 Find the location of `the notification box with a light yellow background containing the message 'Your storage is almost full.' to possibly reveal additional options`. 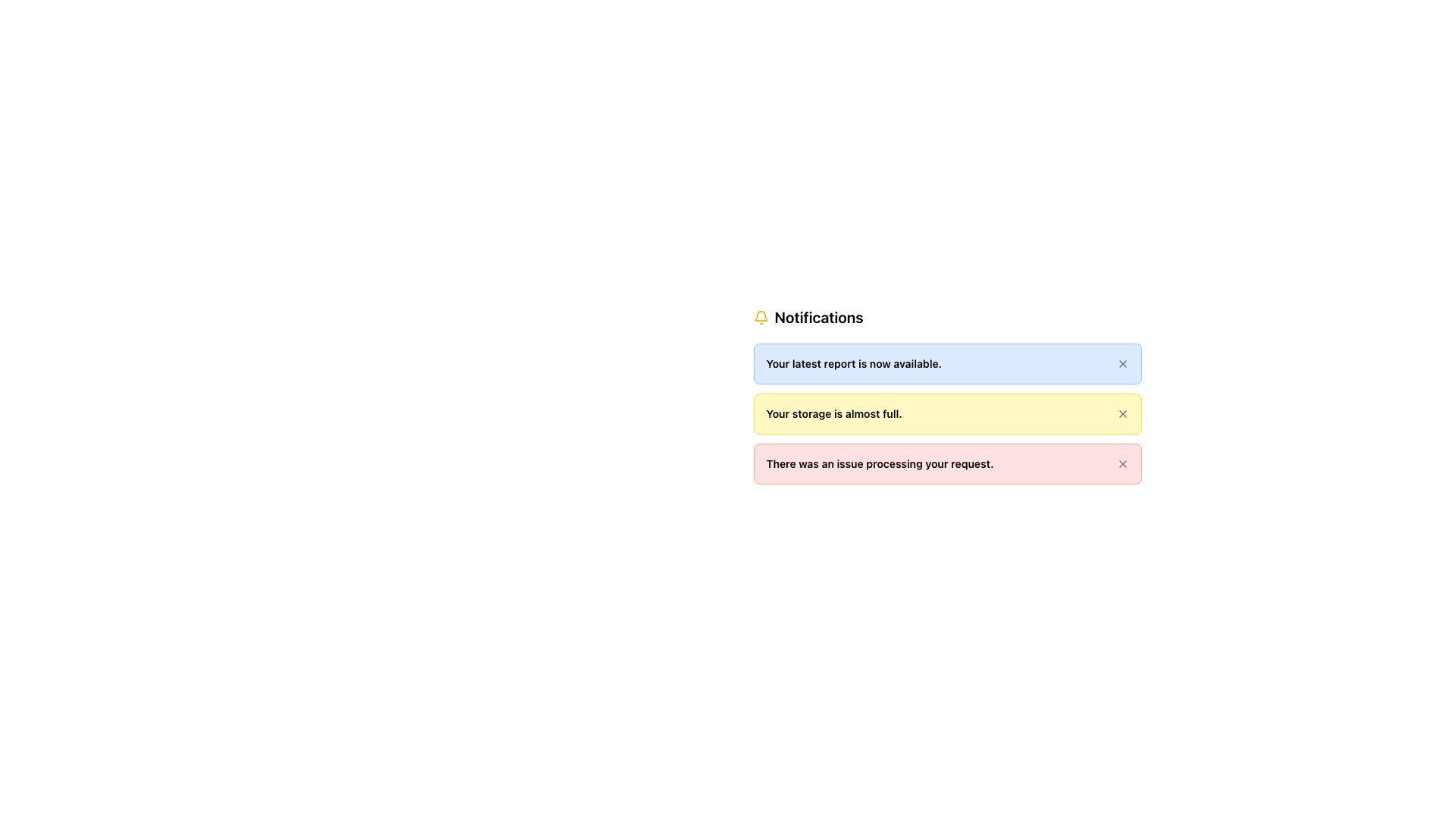

the notification box with a light yellow background containing the message 'Your storage is almost full.' to possibly reveal additional options is located at coordinates (946, 414).